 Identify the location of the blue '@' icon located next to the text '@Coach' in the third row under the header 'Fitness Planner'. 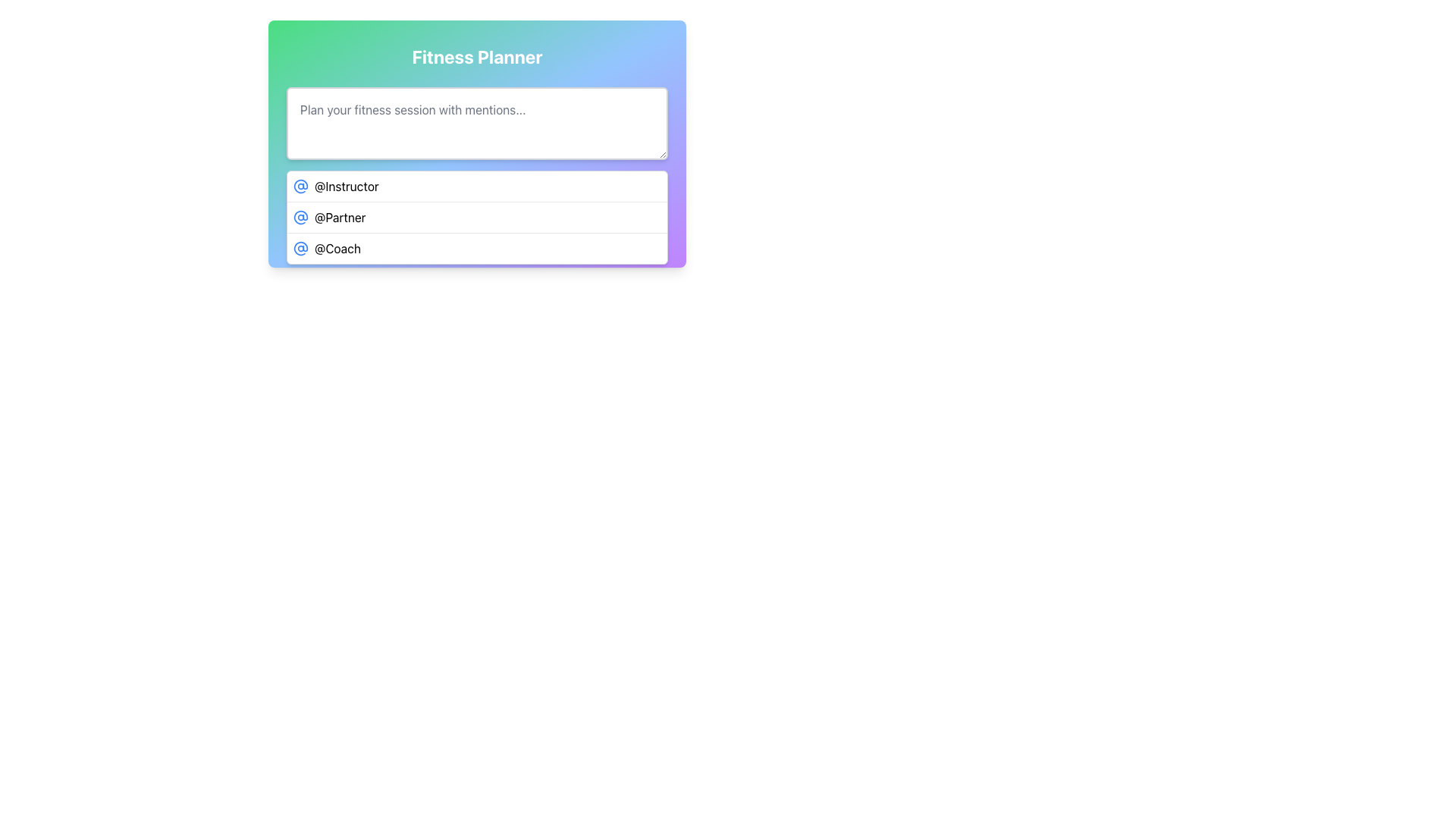
(301, 247).